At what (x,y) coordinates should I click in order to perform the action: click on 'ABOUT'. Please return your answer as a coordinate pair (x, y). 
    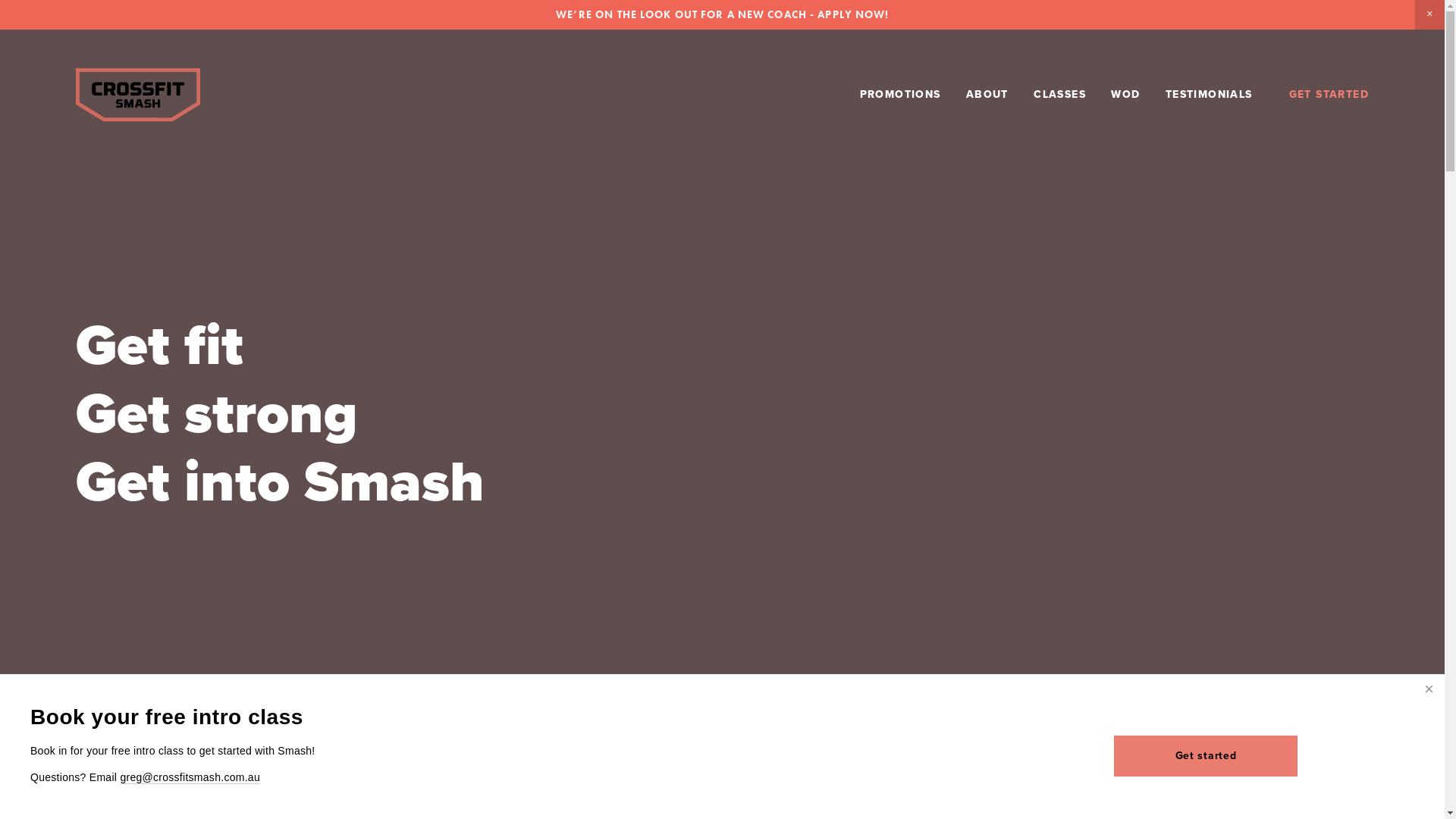
    Looking at the image, I should click on (987, 94).